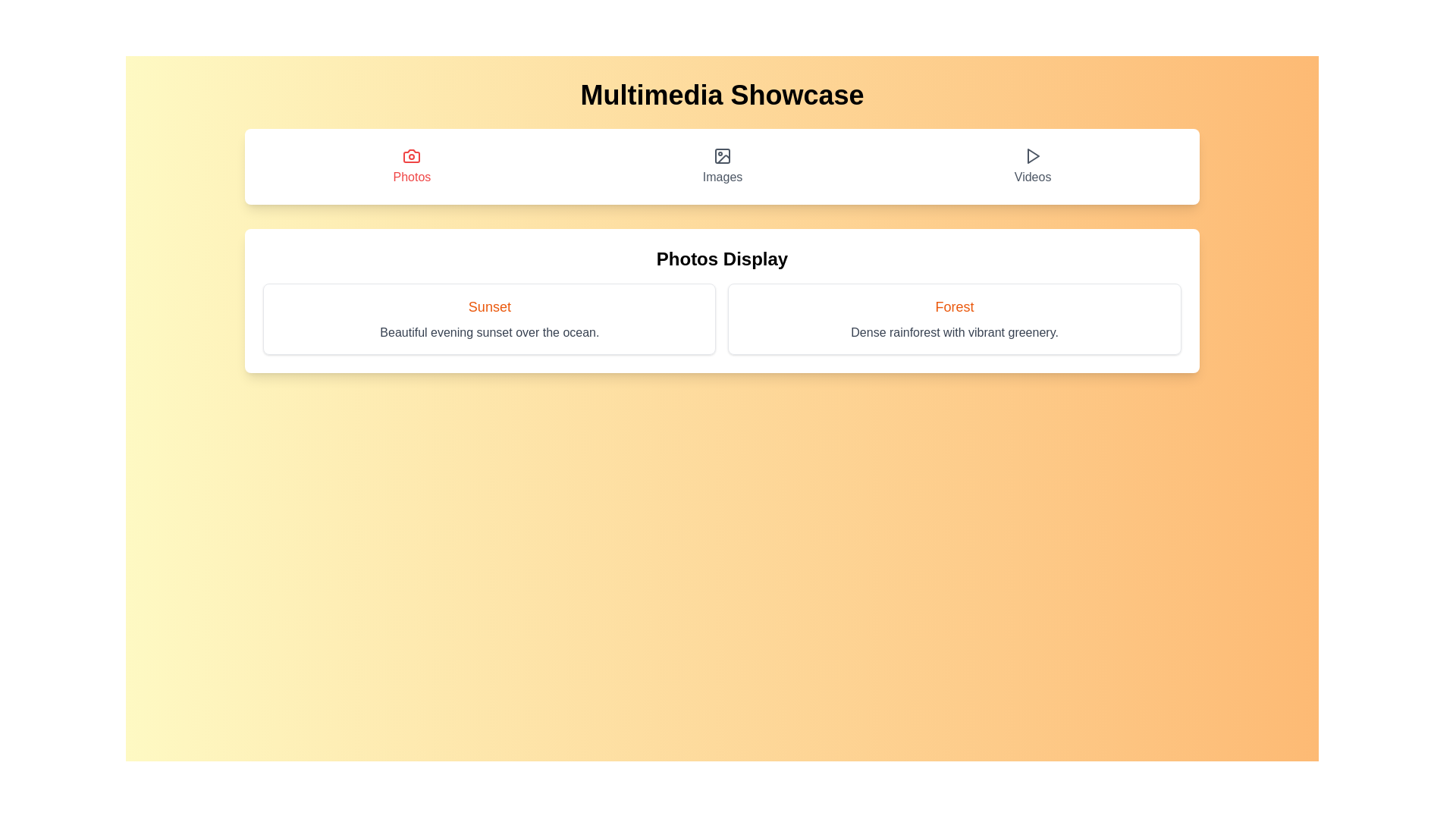  I want to click on the text element that reads 'Beautiful evening sunset over the ocean.' which is located beneath the title 'Sunset' in the rectangular card, so click(489, 332).